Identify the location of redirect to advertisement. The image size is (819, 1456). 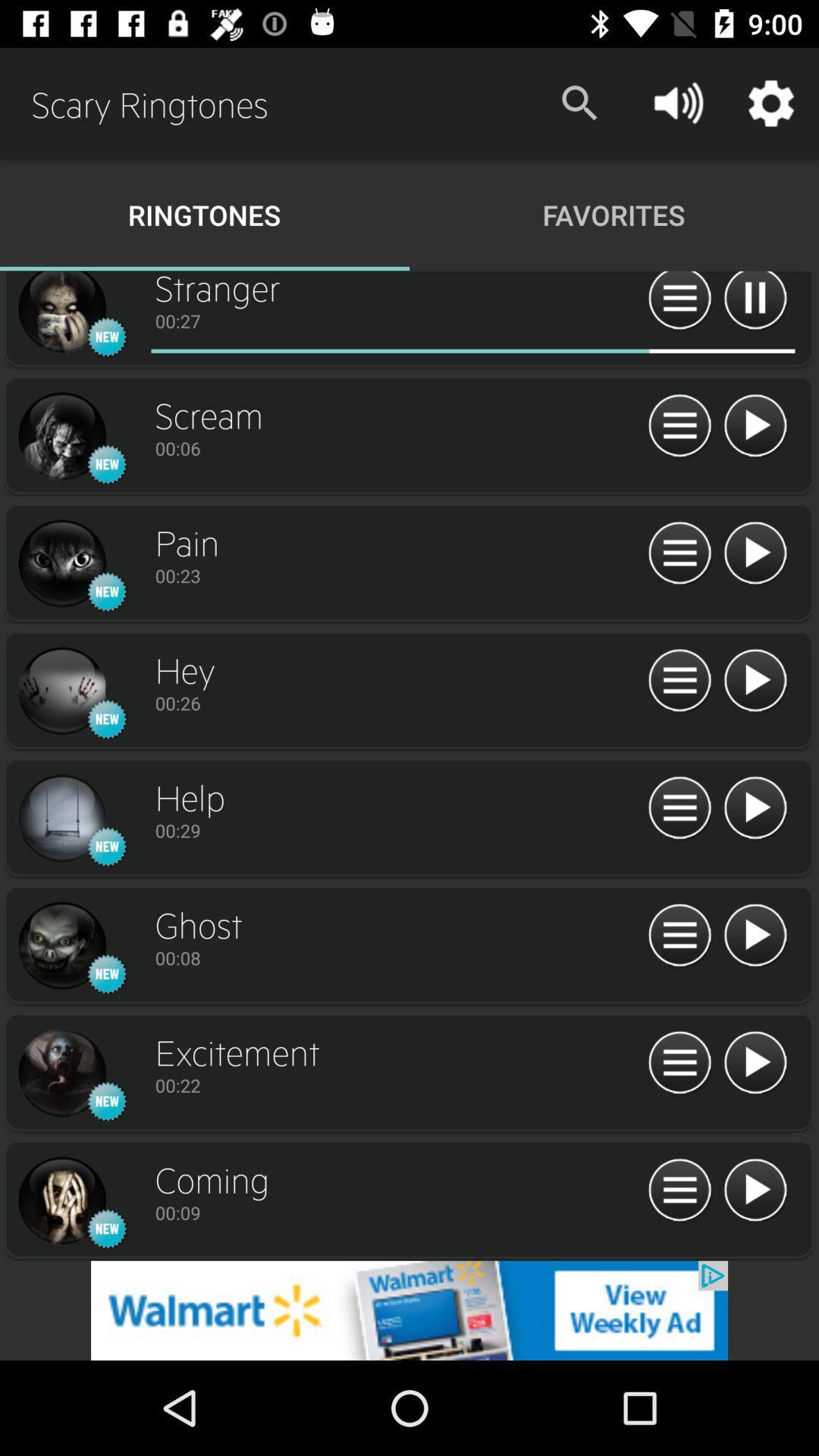
(409, 1310).